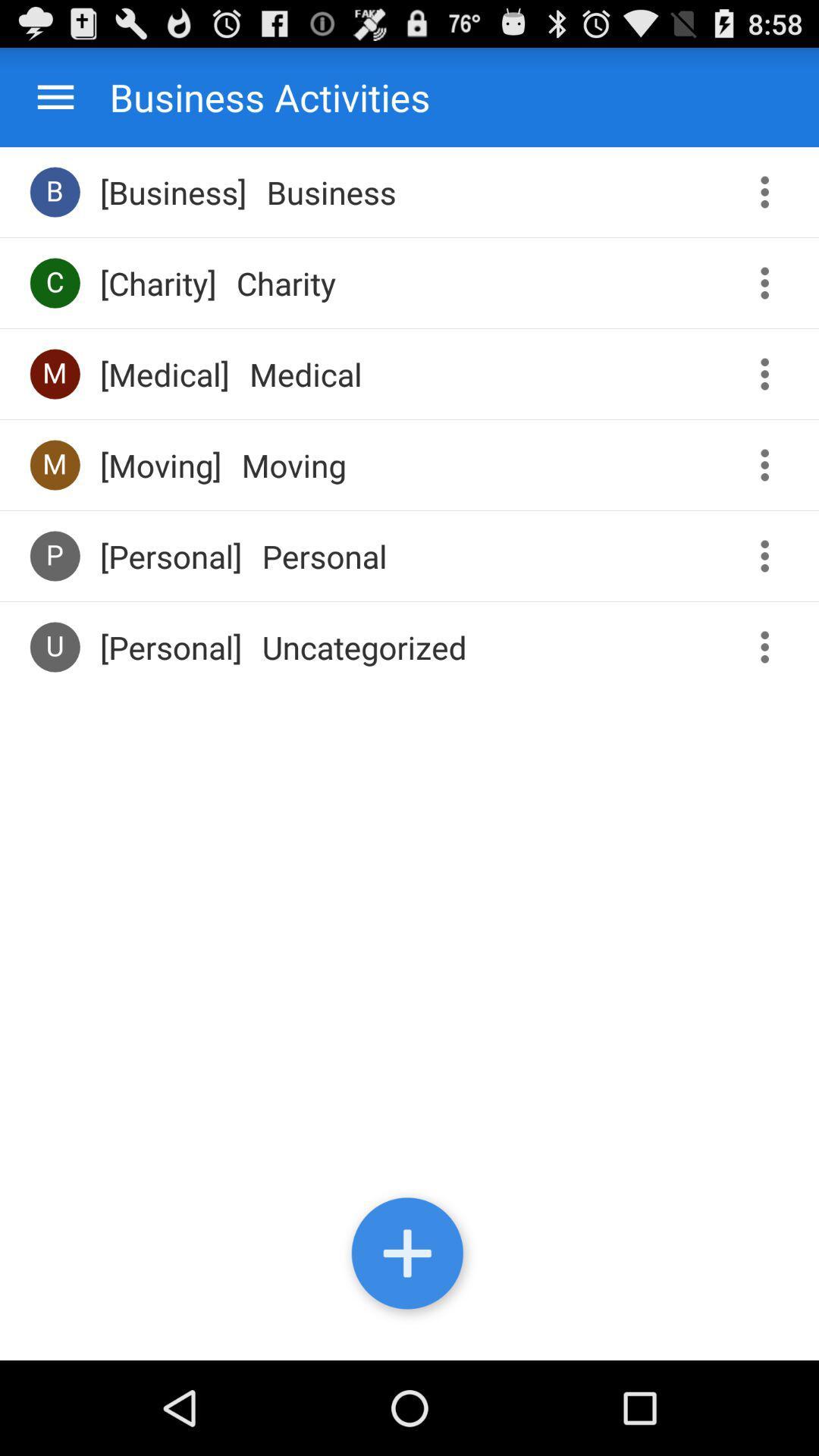 This screenshot has width=819, height=1456. Describe the element at coordinates (409, 1257) in the screenshot. I see `another business activity` at that location.